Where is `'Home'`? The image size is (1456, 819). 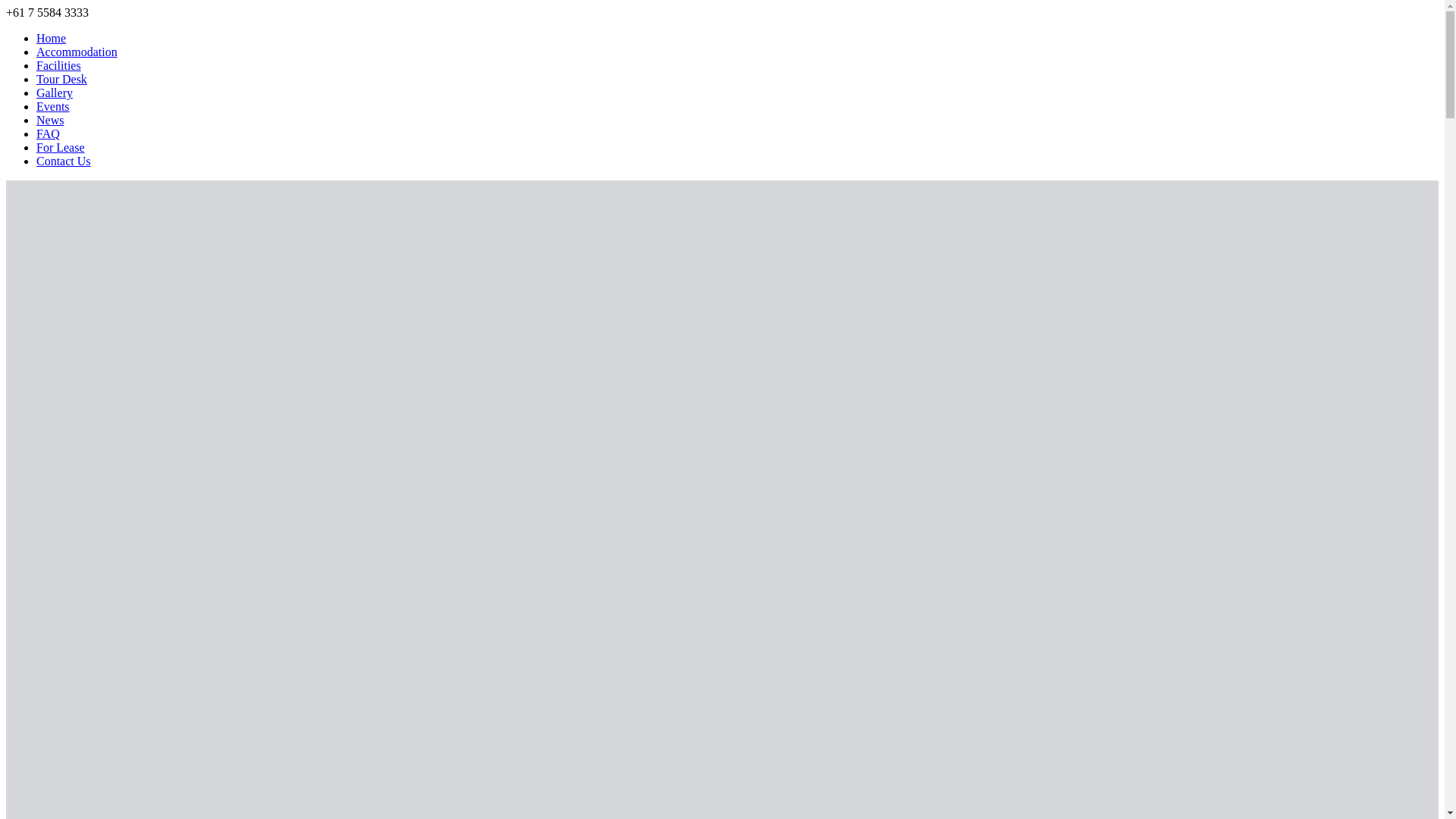 'Home' is located at coordinates (36, 37).